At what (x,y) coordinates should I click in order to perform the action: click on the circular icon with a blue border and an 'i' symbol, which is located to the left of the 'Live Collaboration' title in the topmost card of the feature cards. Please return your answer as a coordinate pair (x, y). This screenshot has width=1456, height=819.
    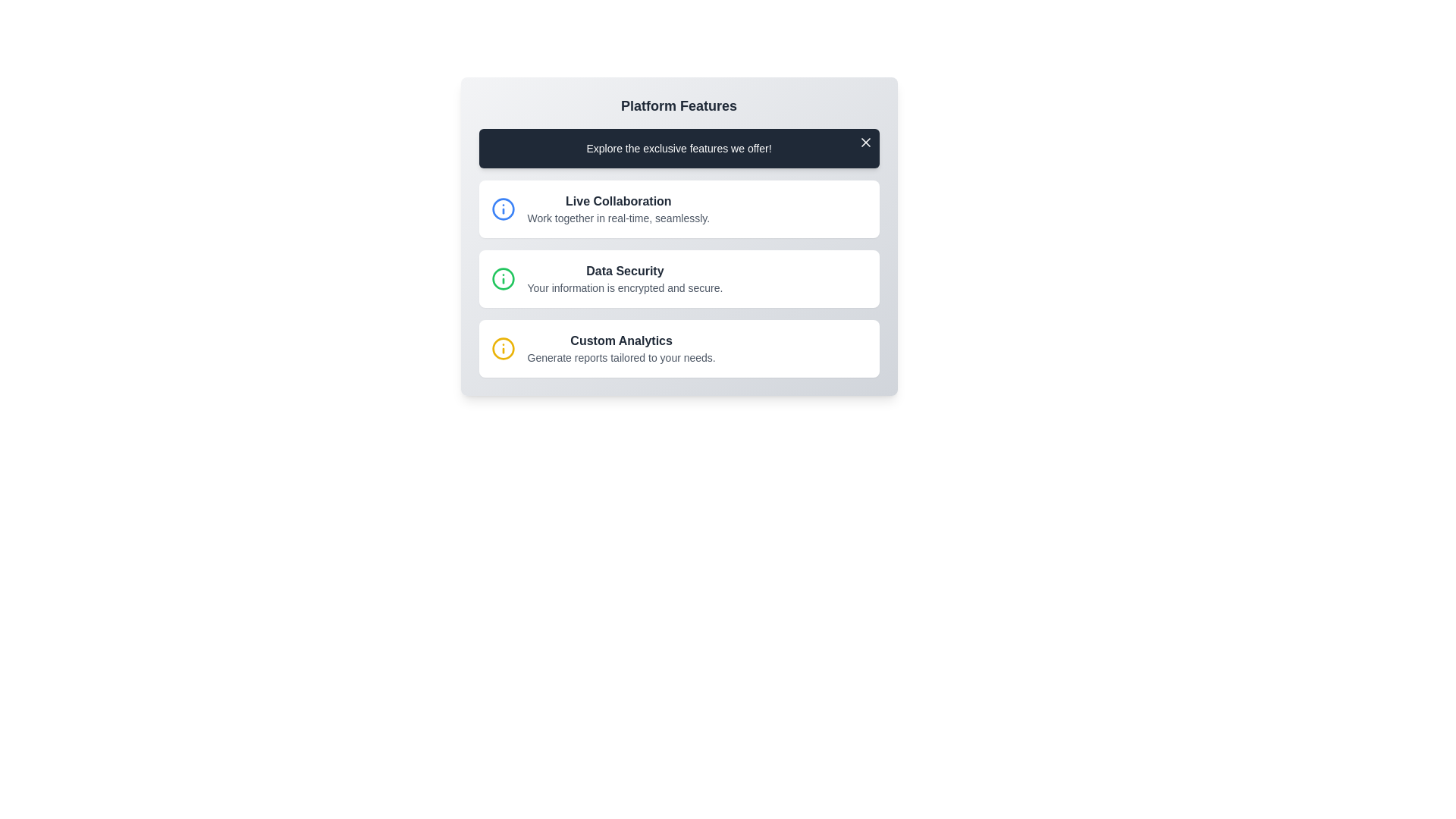
    Looking at the image, I should click on (503, 209).